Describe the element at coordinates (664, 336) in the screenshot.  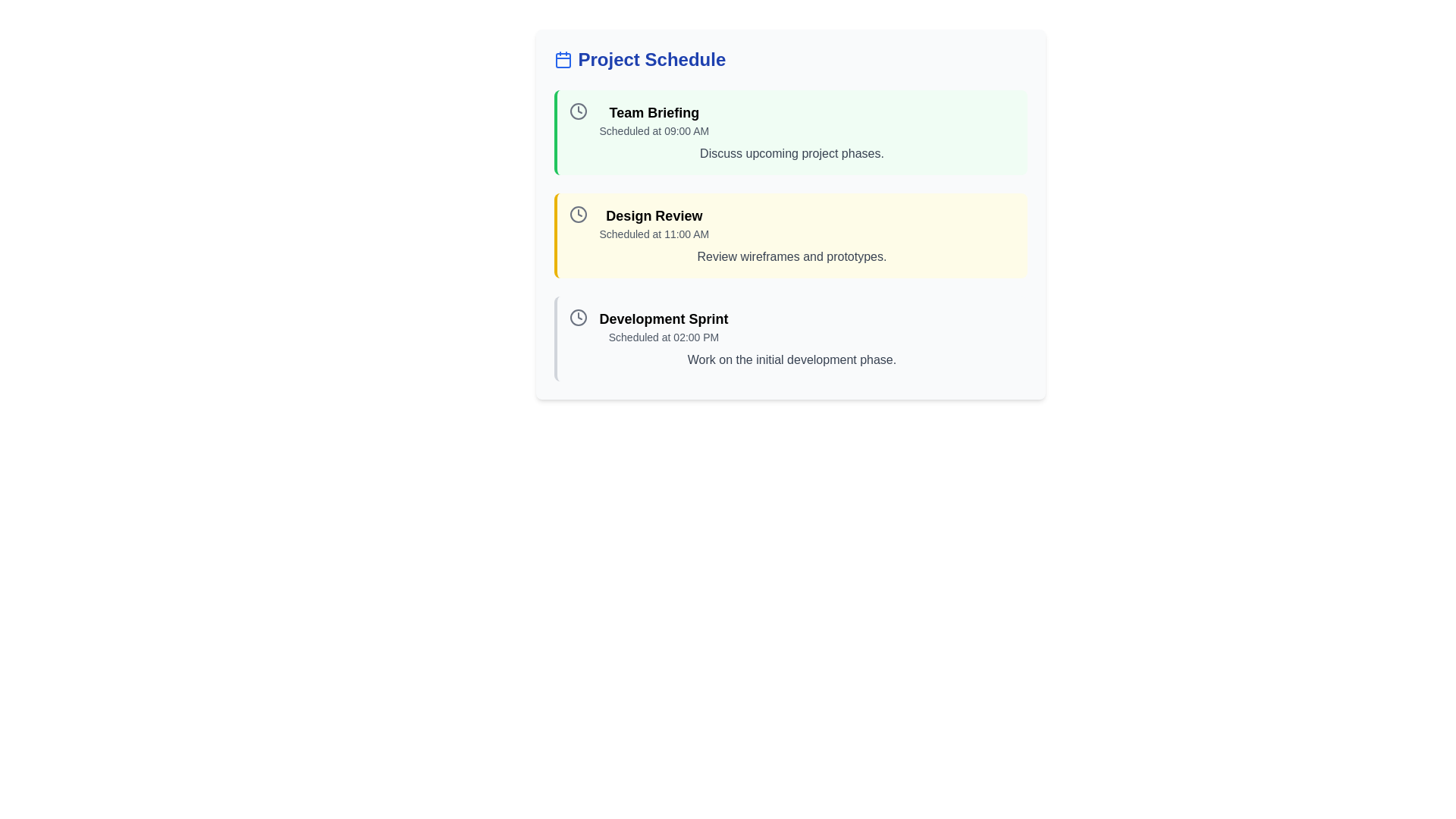
I see `the text label displaying 'Scheduled at 02:00 PM', which is styled in light gray and positioned under the bold title 'Development Sprint'` at that location.